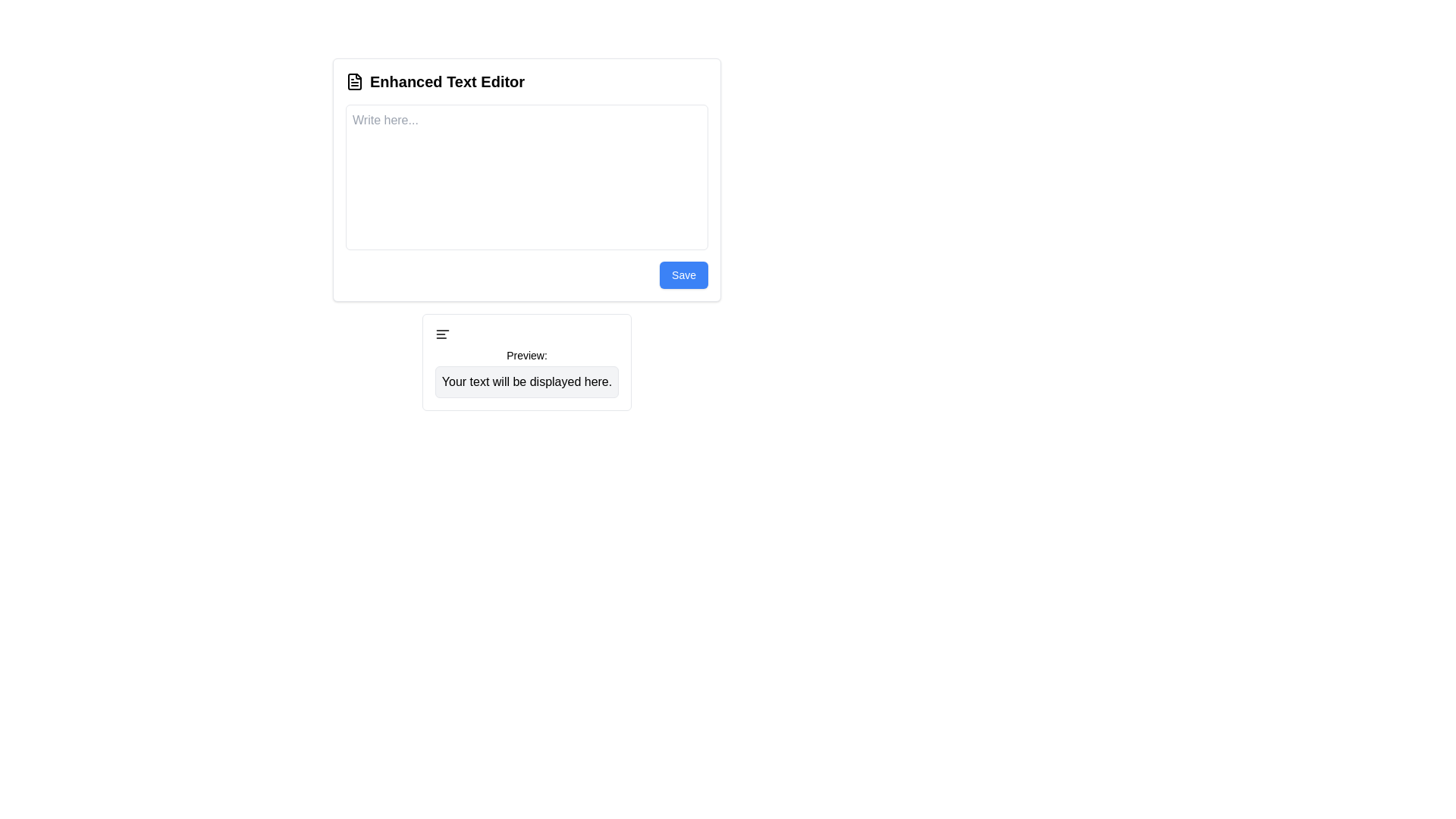  What do you see at coordinates (353, 82) in the screenshot?
I see `the file icon located to the left of the 'Enhanced Text Editor' text to interpret its symbolic meaning` at bounding box center [353, 82].